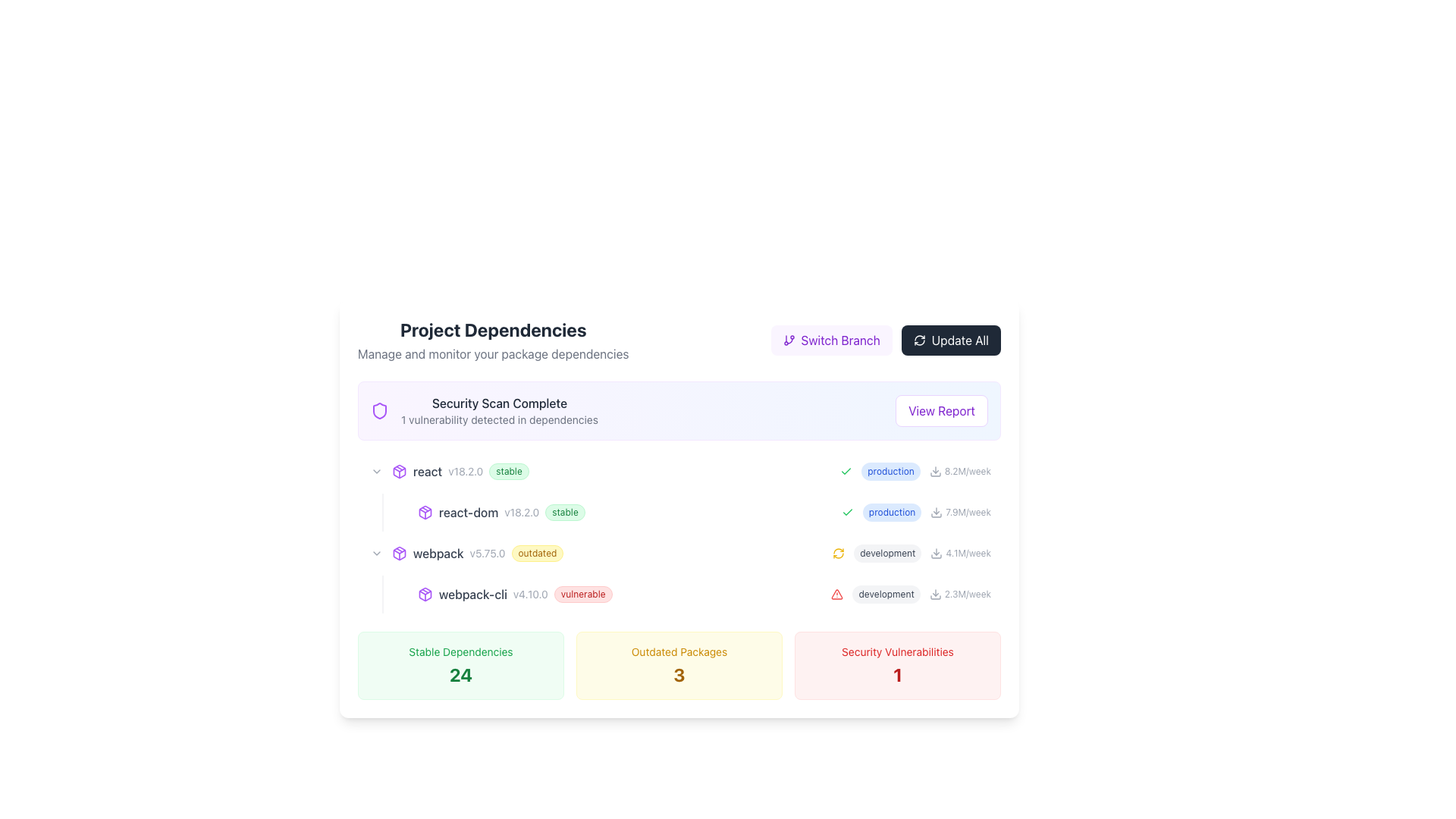 This screenshot has height=819, width=1456. I want to click on the 'Switch Branch' button with the purple background and white text by, so click(830, 339).